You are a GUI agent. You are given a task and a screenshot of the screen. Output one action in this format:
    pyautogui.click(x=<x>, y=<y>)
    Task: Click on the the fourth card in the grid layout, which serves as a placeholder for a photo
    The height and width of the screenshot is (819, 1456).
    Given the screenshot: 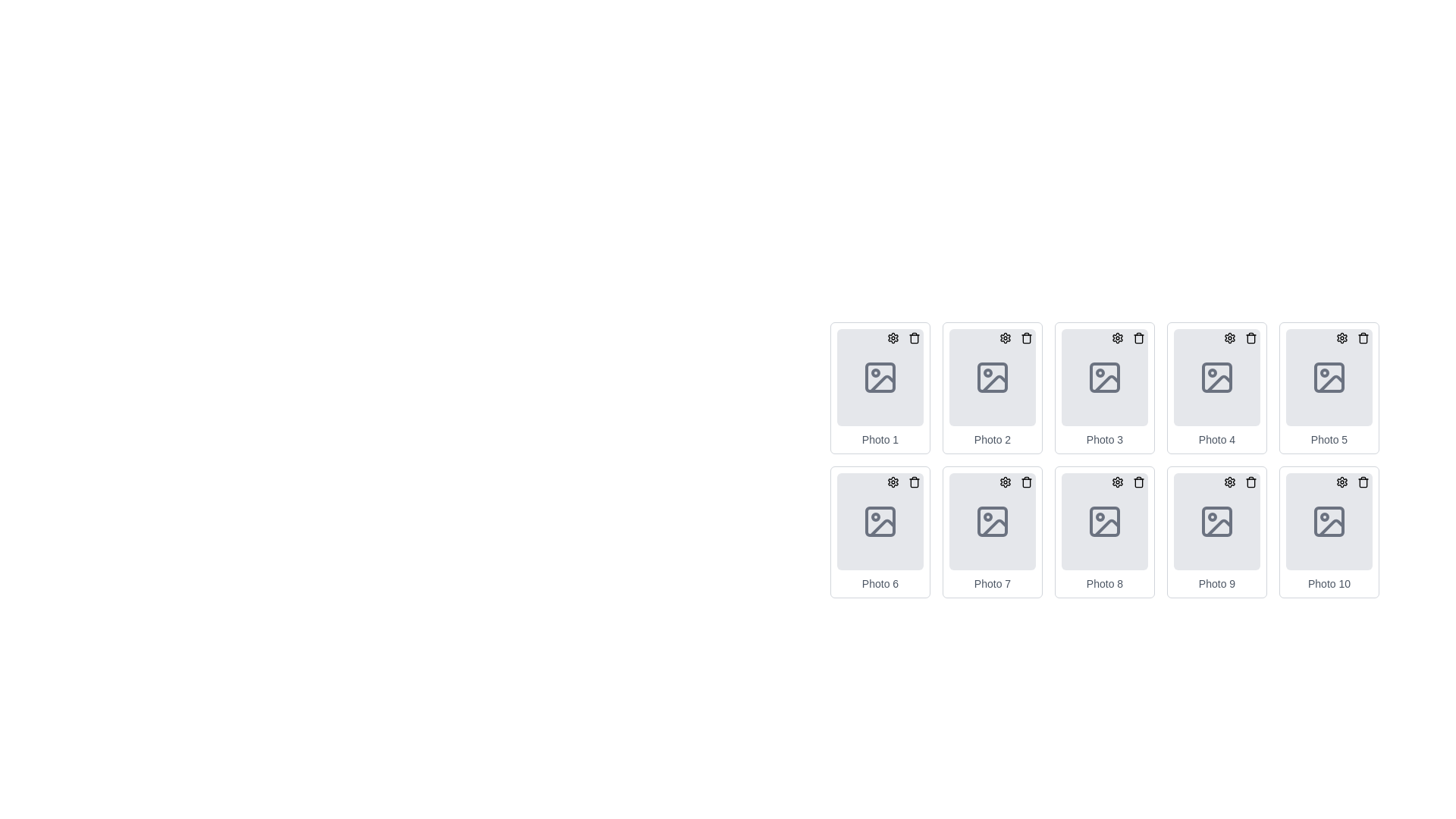 What is the action you would take?
    pyautogui.click(x=1216, y=388)
    